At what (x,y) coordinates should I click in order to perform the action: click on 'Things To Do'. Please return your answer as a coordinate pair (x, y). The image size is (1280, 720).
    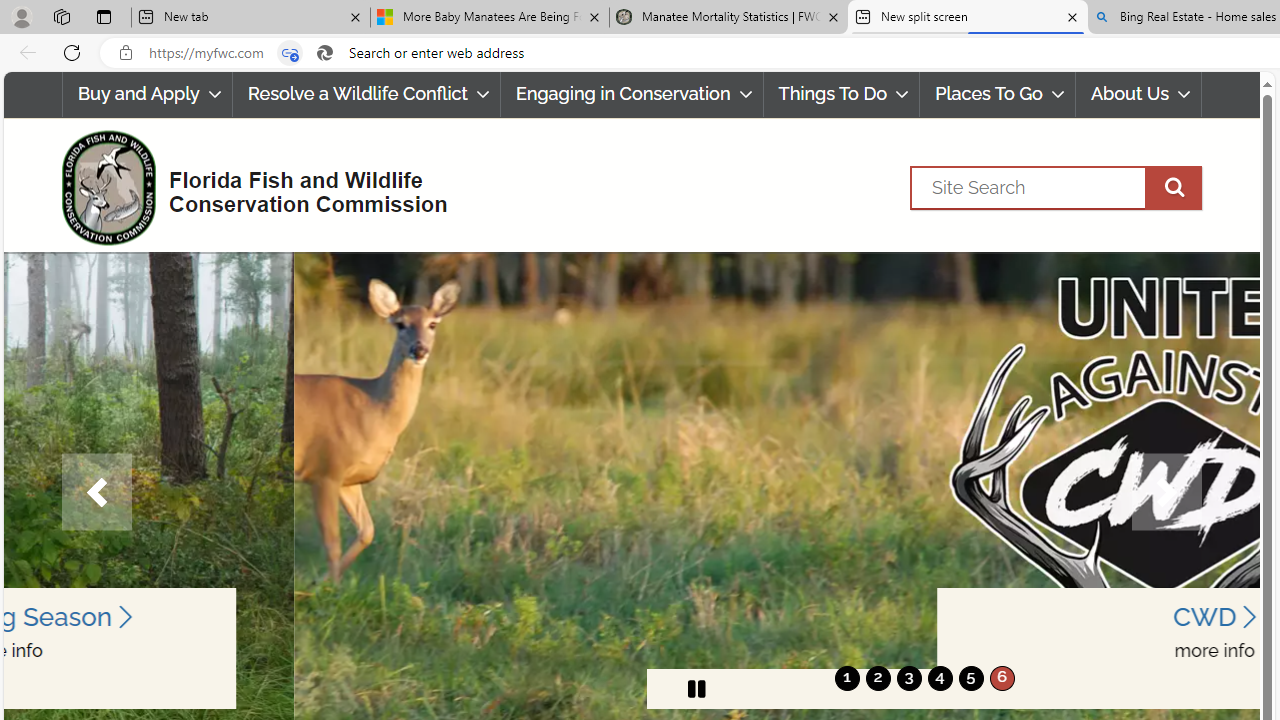
    Looking at the image, I should click on (841, 94).